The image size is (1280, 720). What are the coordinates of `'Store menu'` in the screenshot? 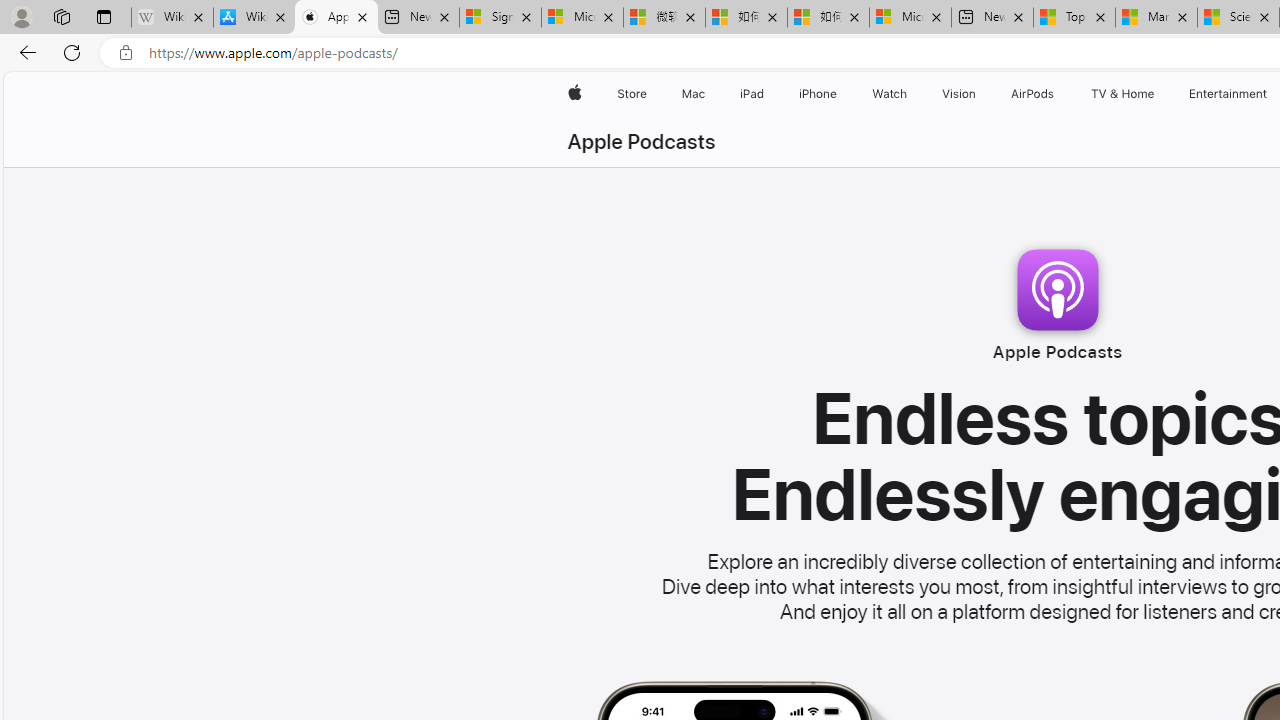 It's located at (650, 93).